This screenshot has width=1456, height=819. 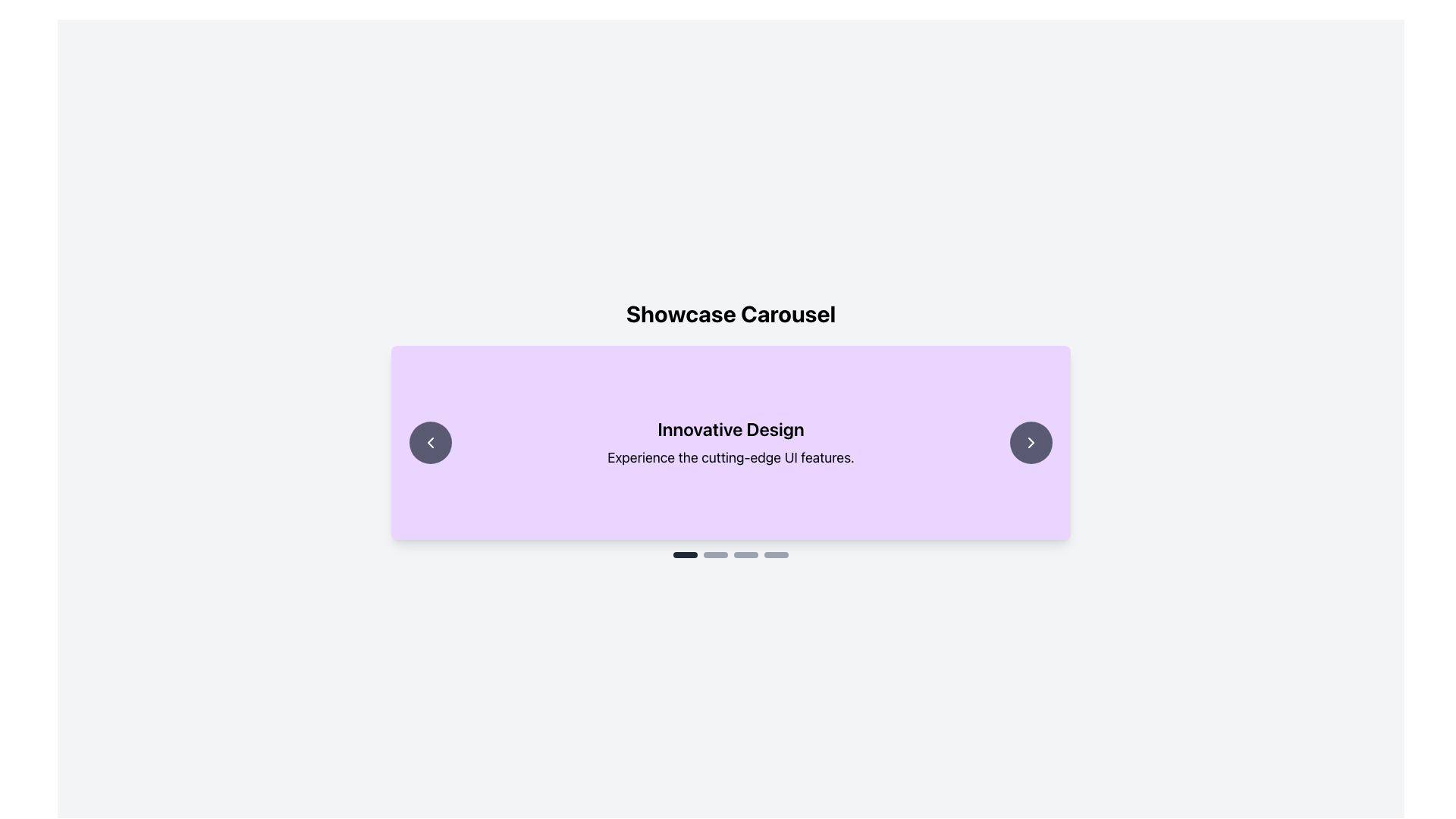 I want to click on the fourth navigation indicator, so click(x=776, y=555).